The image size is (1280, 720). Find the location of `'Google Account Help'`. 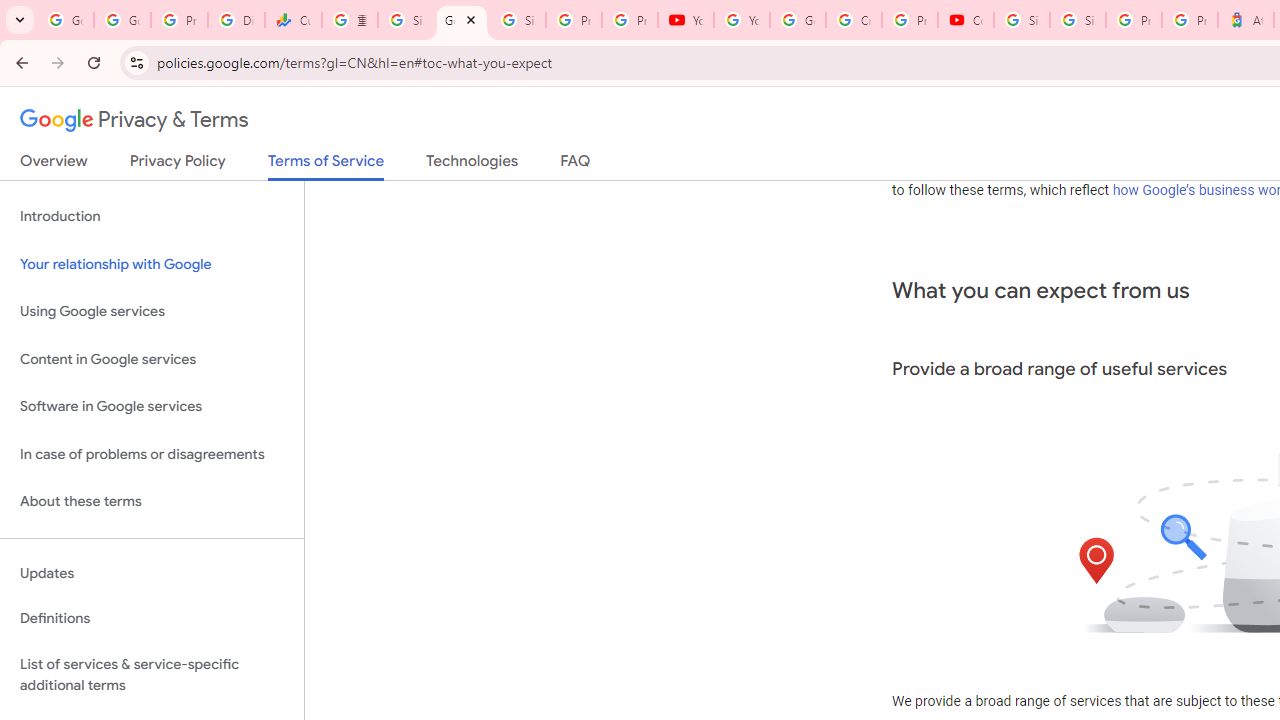

'Google Account Help' is located at coordinates (797, 20).